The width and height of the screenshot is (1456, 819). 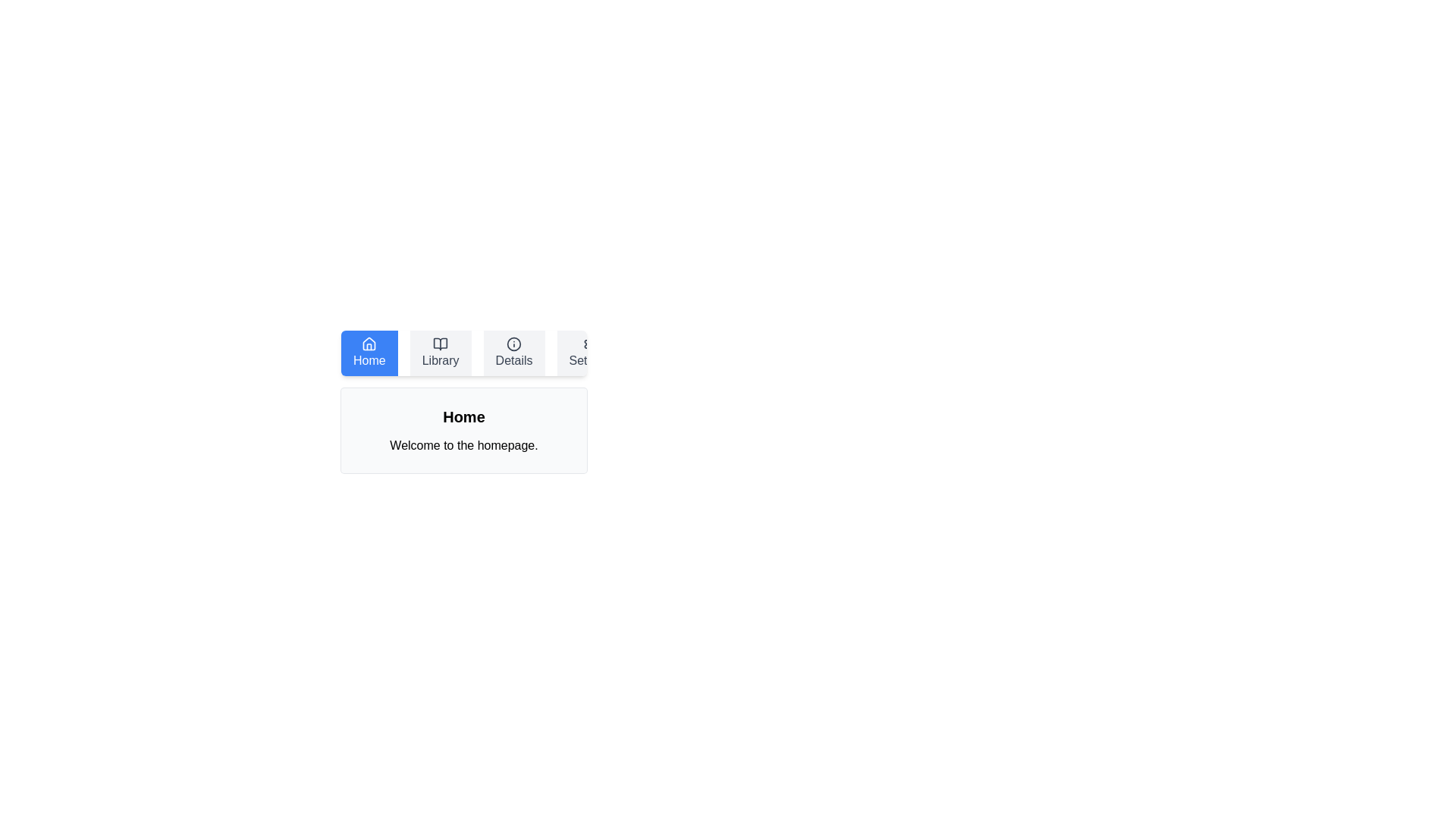 What do you see at coordinates (513, 353) in the screenshot?
I see `the Details tab to navigate to its section` at bounding box center [513, 353].